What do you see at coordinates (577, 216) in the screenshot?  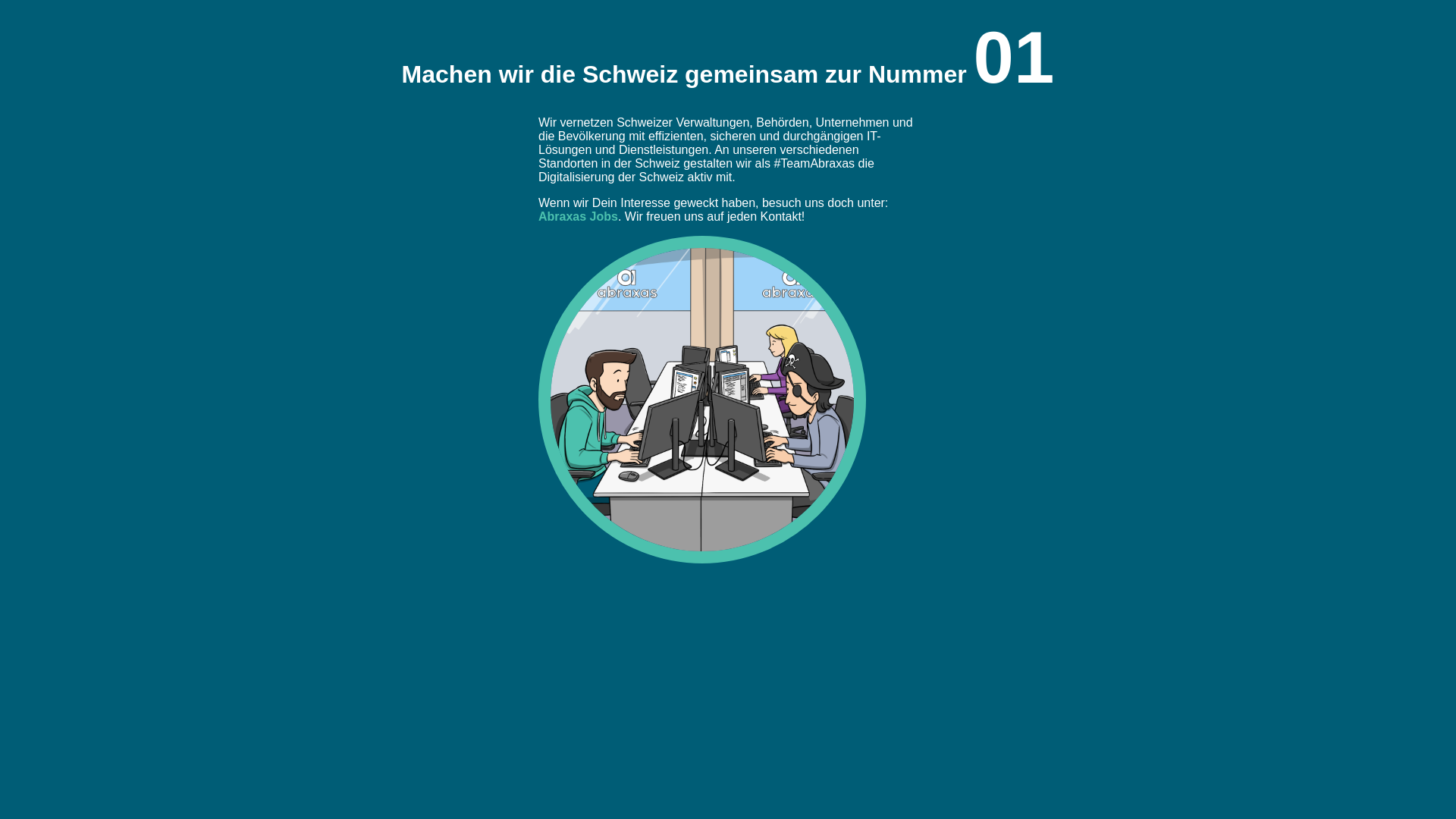 I see `'Abraxas Jobs'` at bounding box center [577, 216].